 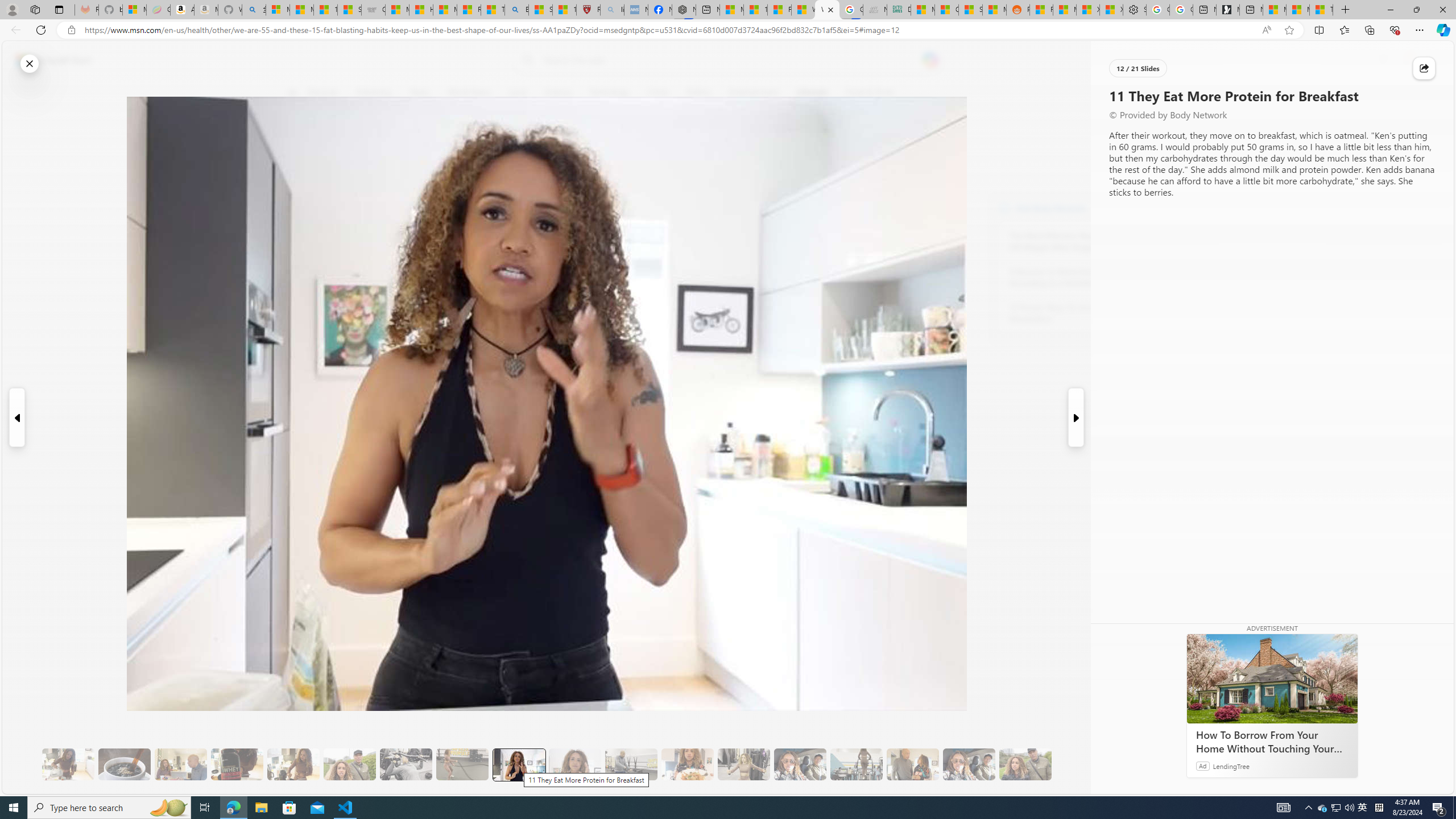 What do you see at coordinates (1024, 764) in the screenshot?
I see `'20 Overall, It Will Improve Your Health'` at bounding box center [1024, 764].